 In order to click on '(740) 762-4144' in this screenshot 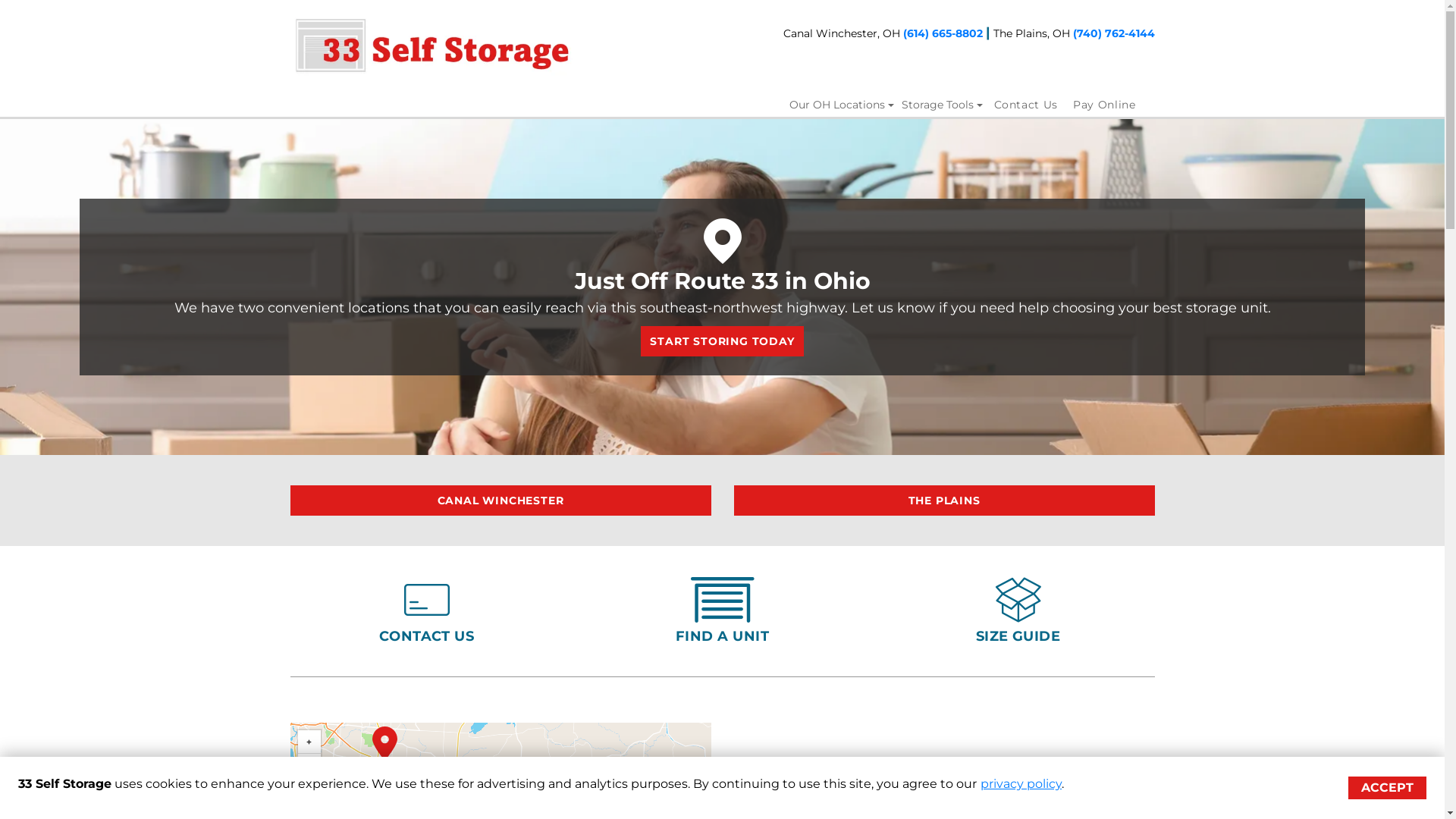, I will do `click(1072, 33)`.